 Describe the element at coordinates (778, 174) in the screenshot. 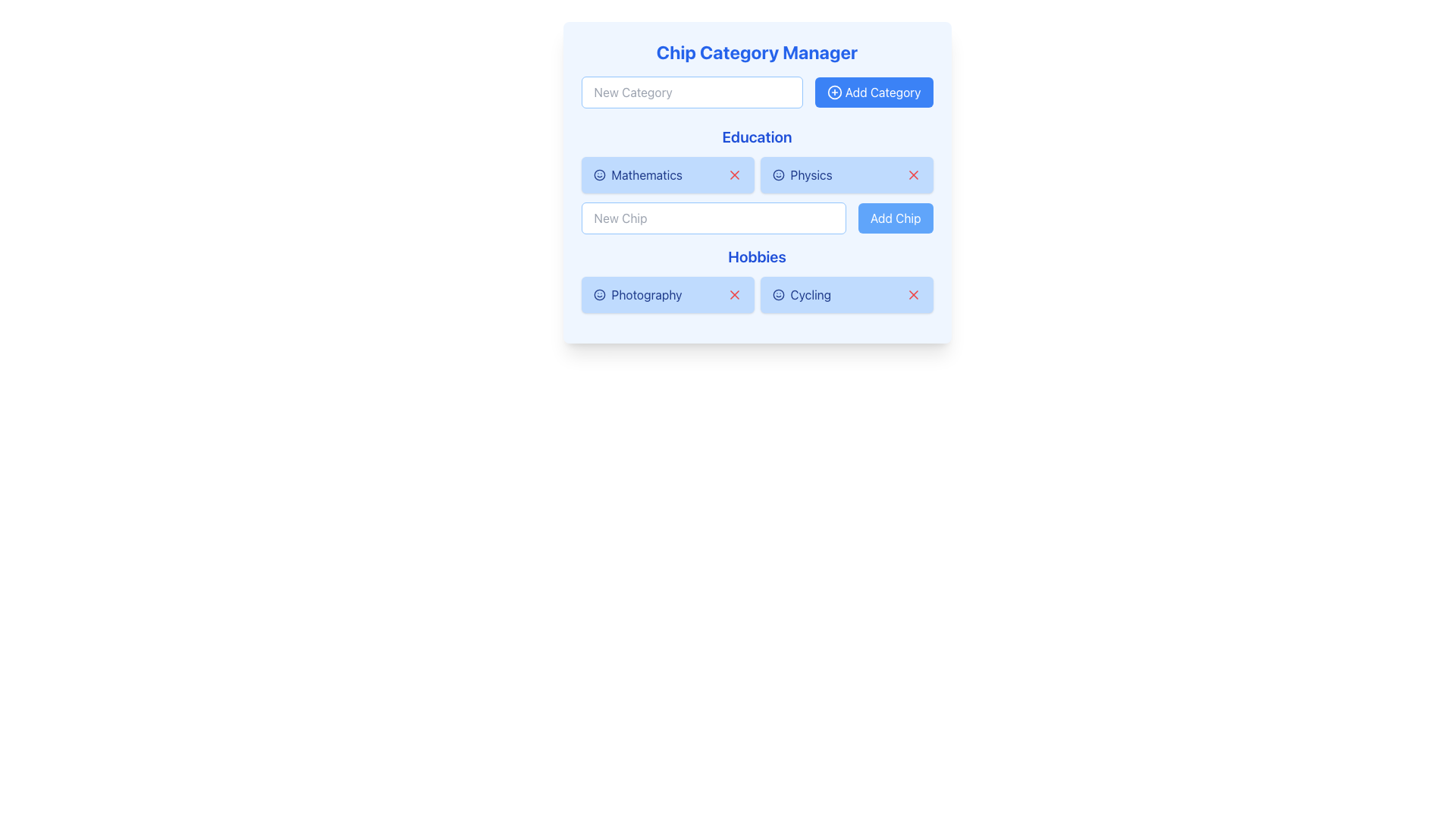

I see `the 'Physics' icon located at the leftmost part of the 'Physics' chip in the 'Education' section` at that location.